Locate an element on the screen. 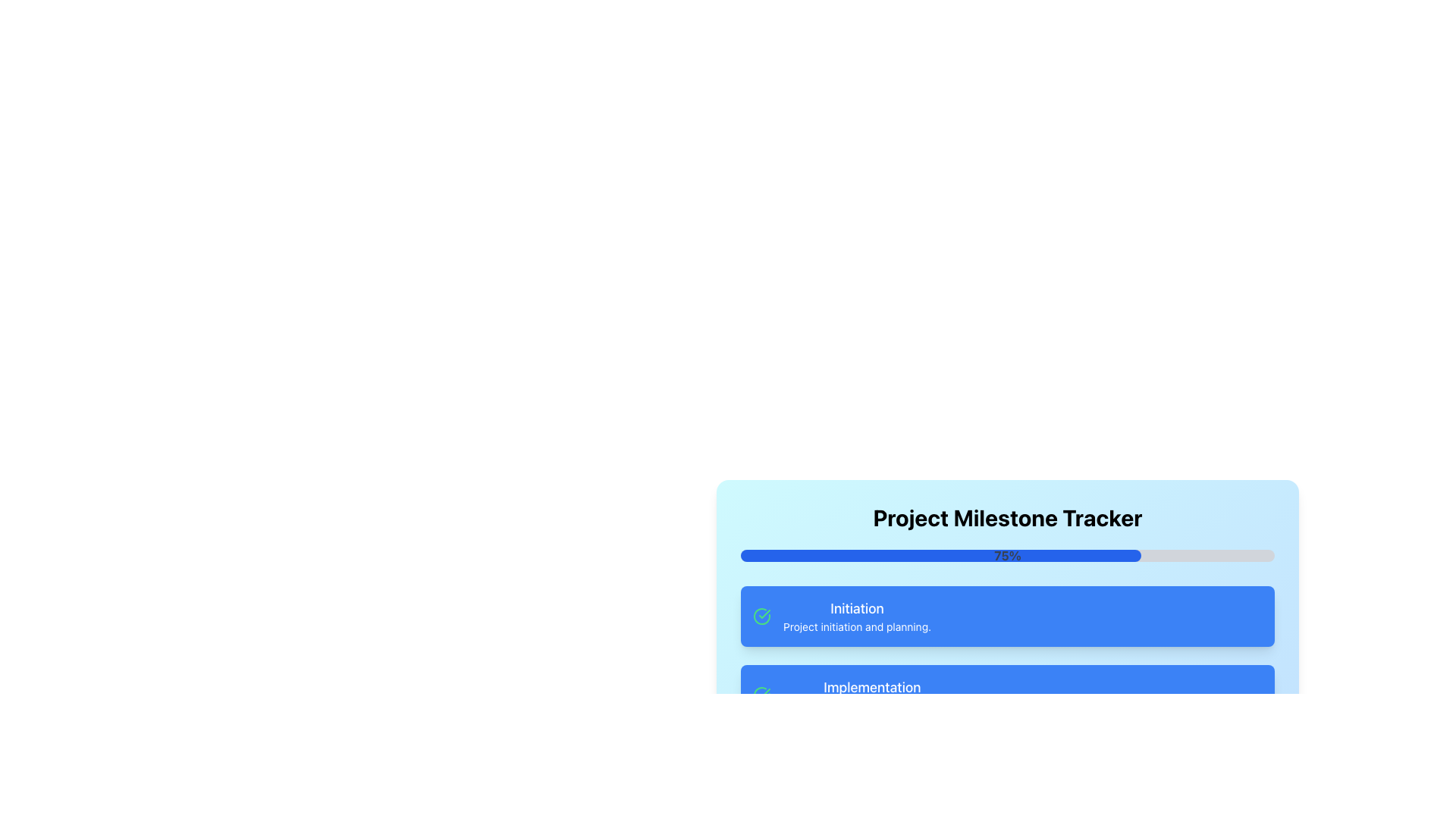 Image resolution: width=1456 pixels, height=819 pixels. the Text header element styled with the title 'Implementation', which is displayed in bold white text on a blue background, positioned within a card-like component is located at coordinates (872, 687).